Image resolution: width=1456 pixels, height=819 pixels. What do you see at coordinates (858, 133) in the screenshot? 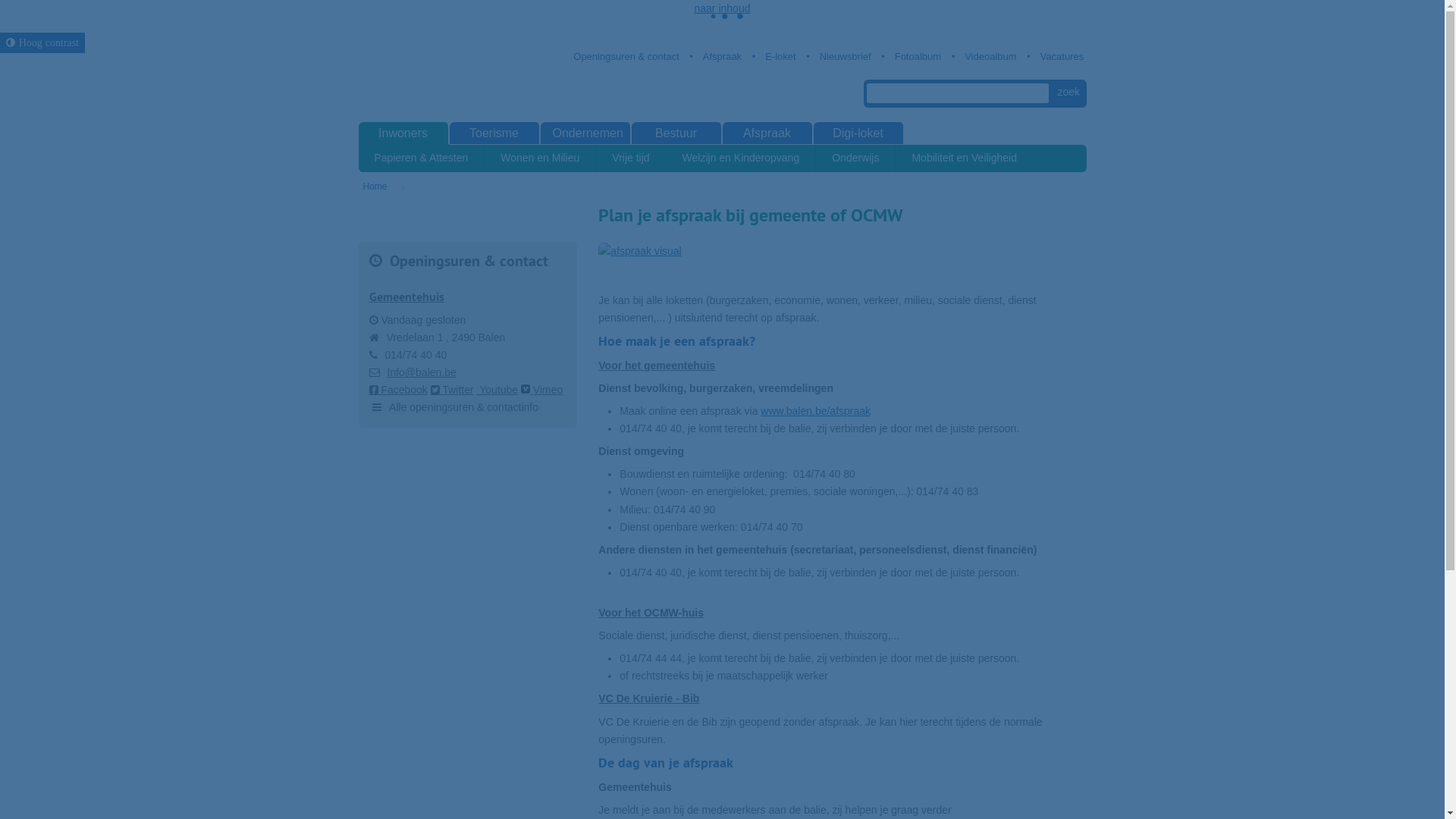
I see `'Digi-loket'` at bounding box center [858, 133].